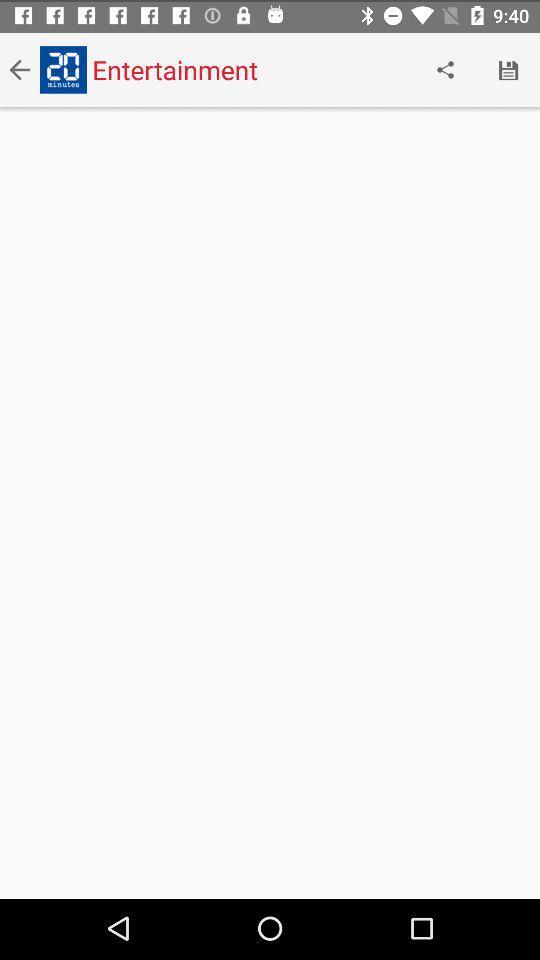 The image size is (540, 960). Describe the element at coordinates (445, 68) in the screenshot. I see `icon next to entertainment item` at that location.